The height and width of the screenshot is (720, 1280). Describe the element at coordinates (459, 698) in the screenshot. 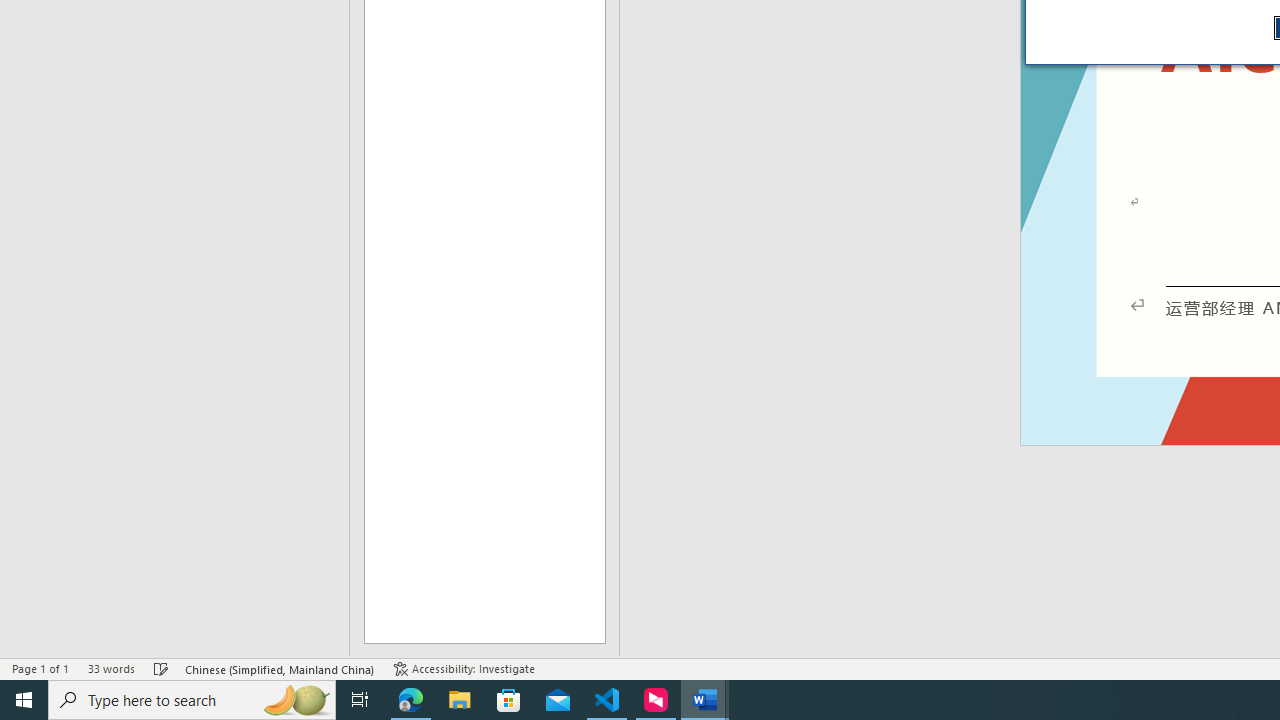

I see `'File Explorer'` at that location.